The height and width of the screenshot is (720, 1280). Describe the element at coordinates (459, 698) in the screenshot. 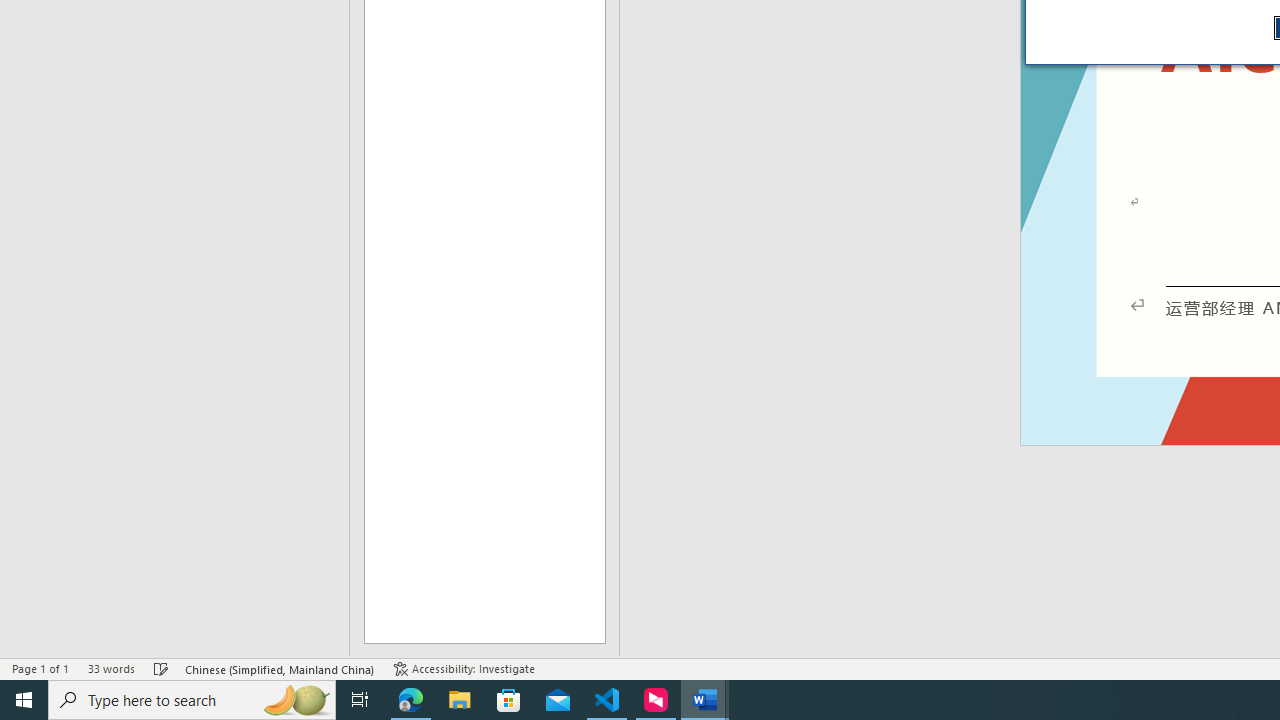

I see `'File Explorer'` at that location.